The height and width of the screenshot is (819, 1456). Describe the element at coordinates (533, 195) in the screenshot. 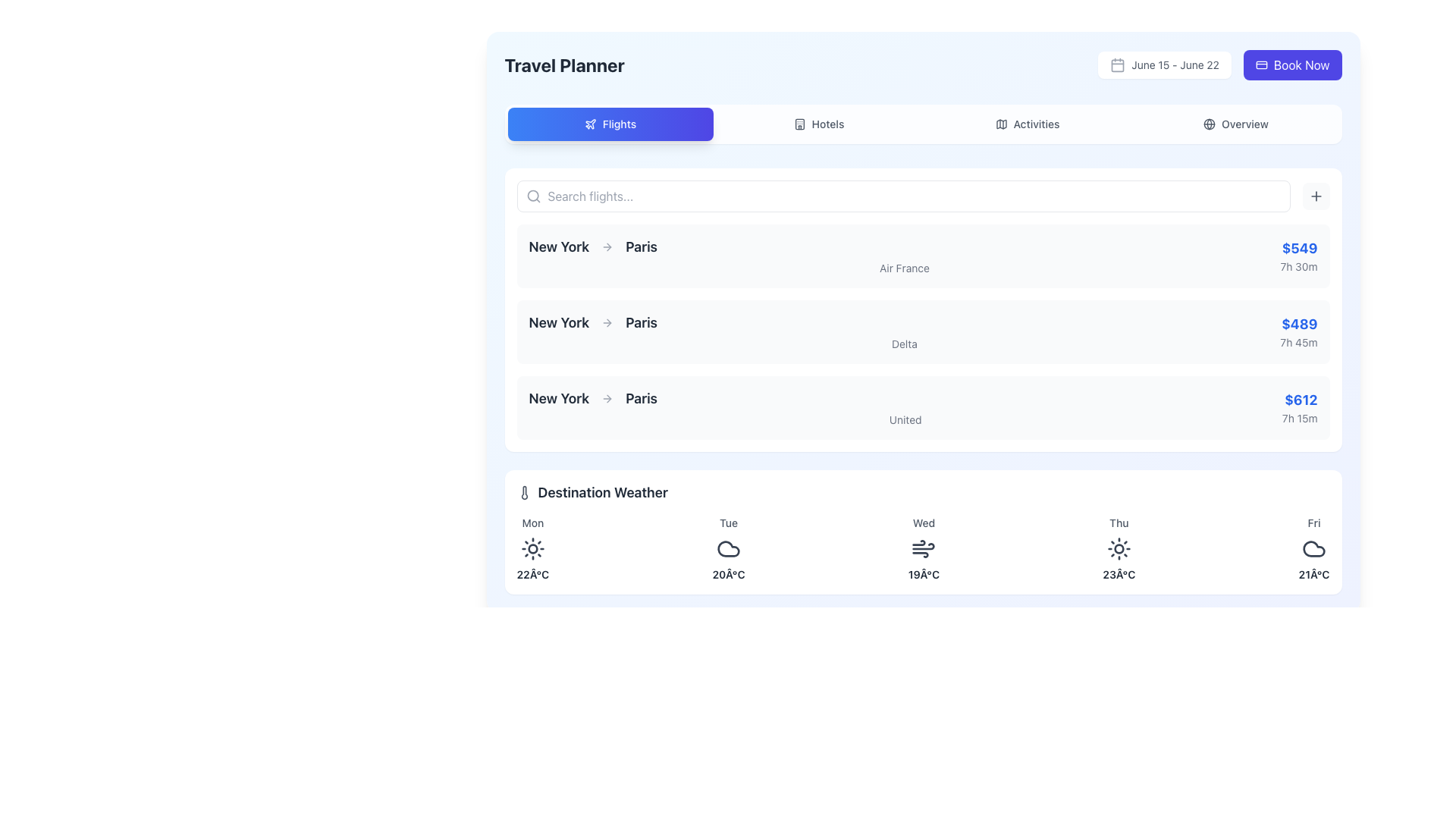

I see `the search icon located to the left of the search bar, near the placeholder text 'Search flights...'` at that location.